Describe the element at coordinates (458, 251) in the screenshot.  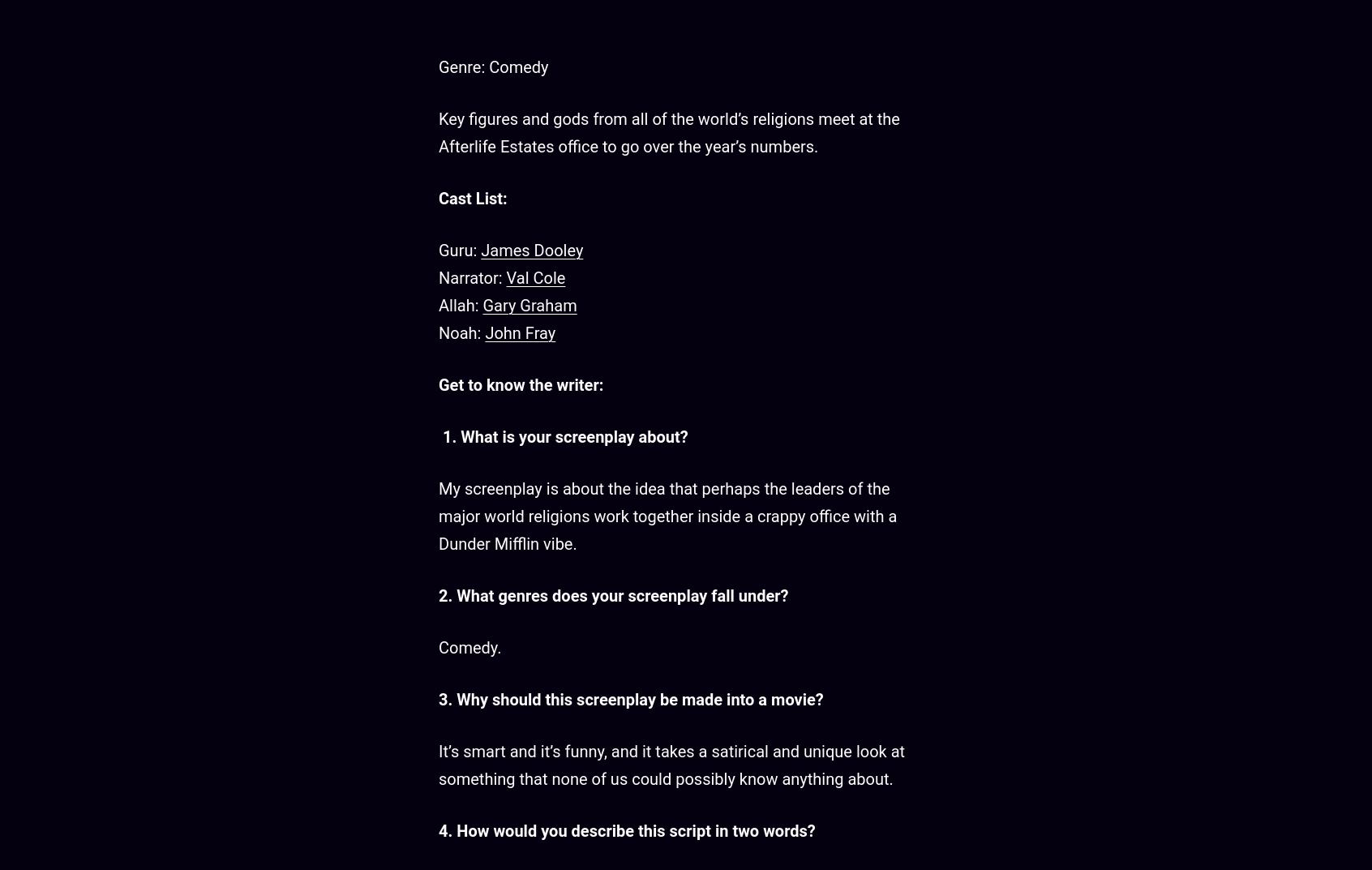
I see `'Guru:'` at that location.